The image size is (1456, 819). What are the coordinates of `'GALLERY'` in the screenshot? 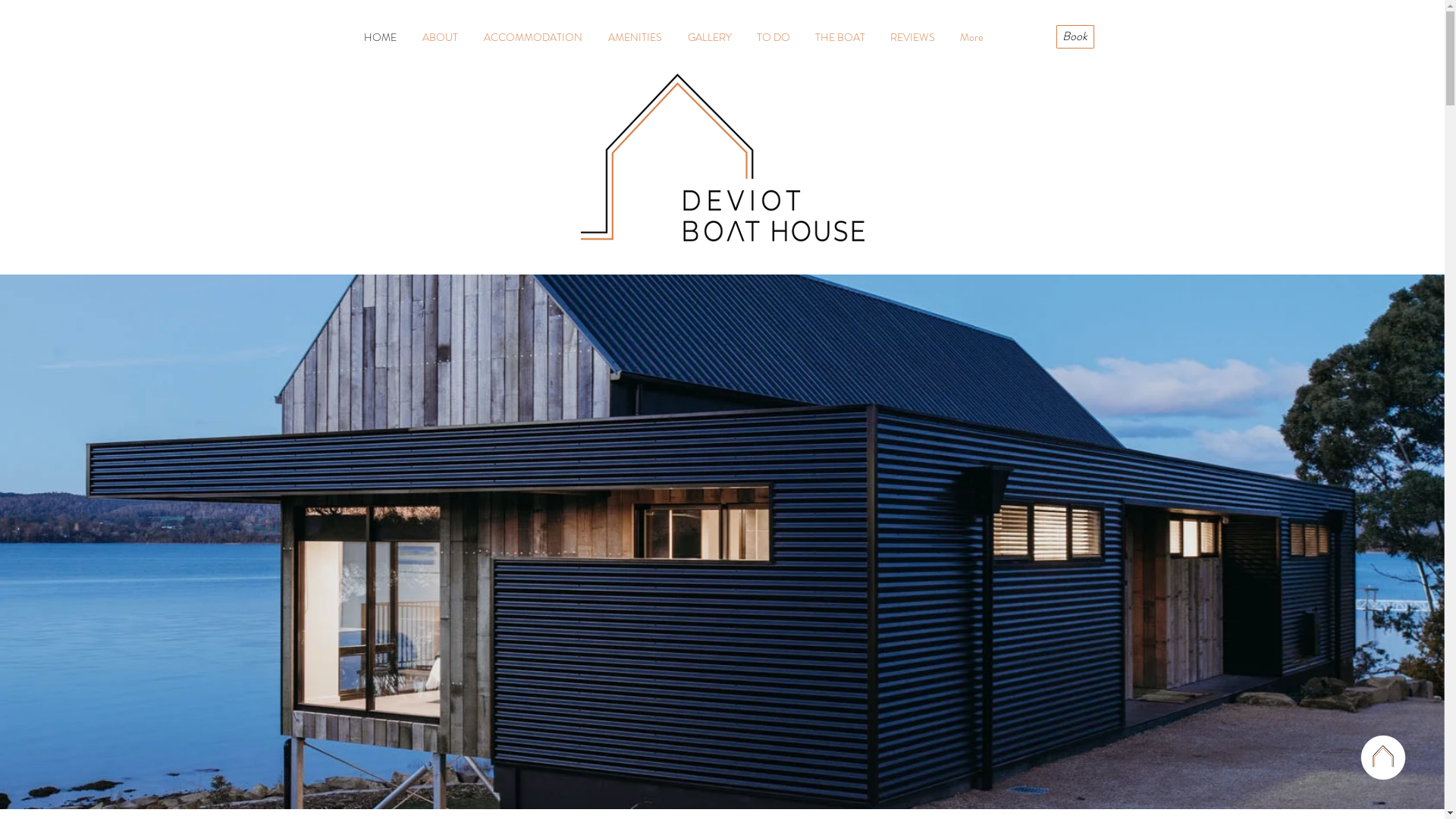 It's located at (709, 36).